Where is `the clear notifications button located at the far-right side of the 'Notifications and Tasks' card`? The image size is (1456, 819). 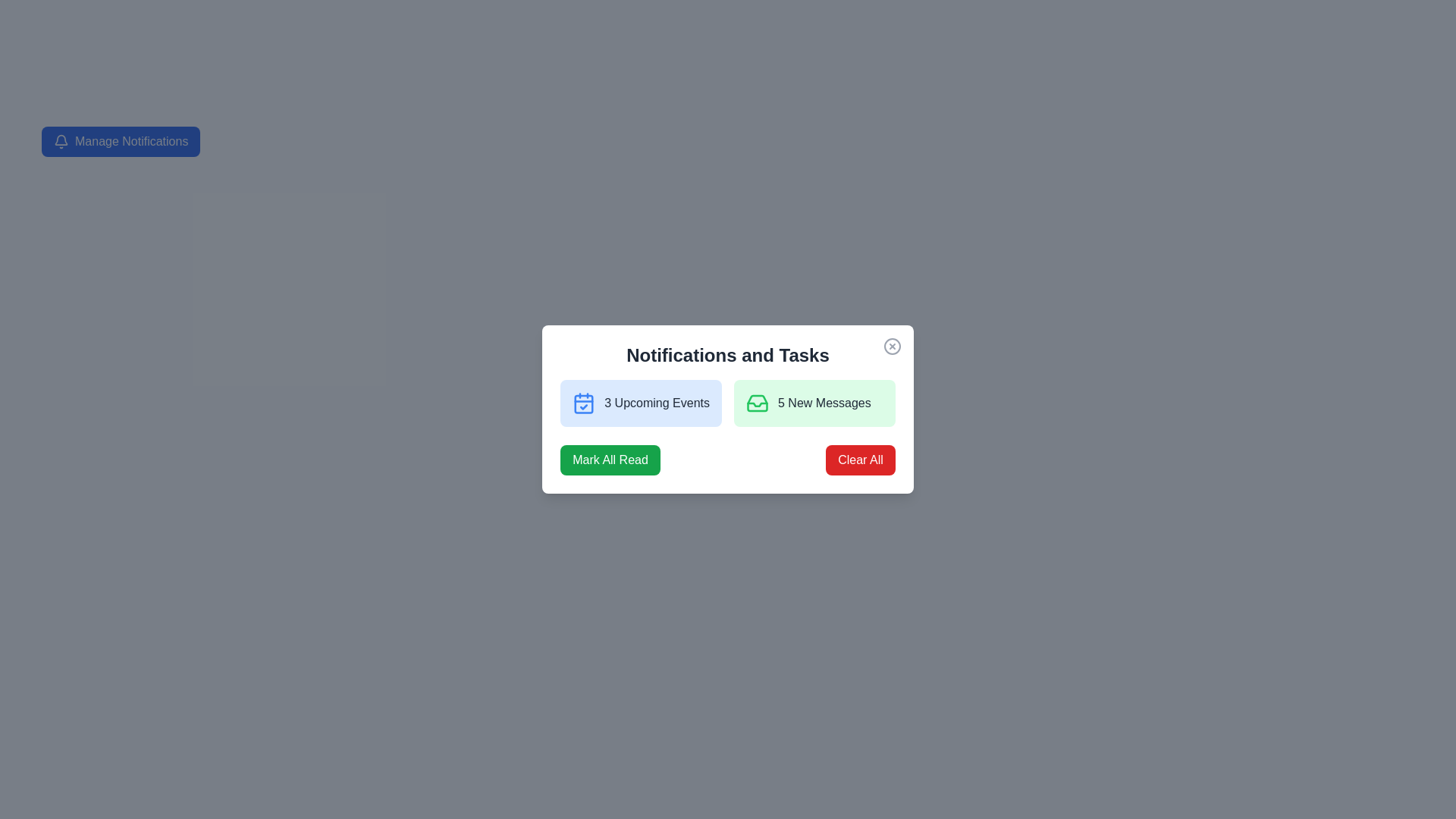 the clear notifications button located at the far-right side of the 'Notifications and Tasks' card is located at coordinates (860, 459).